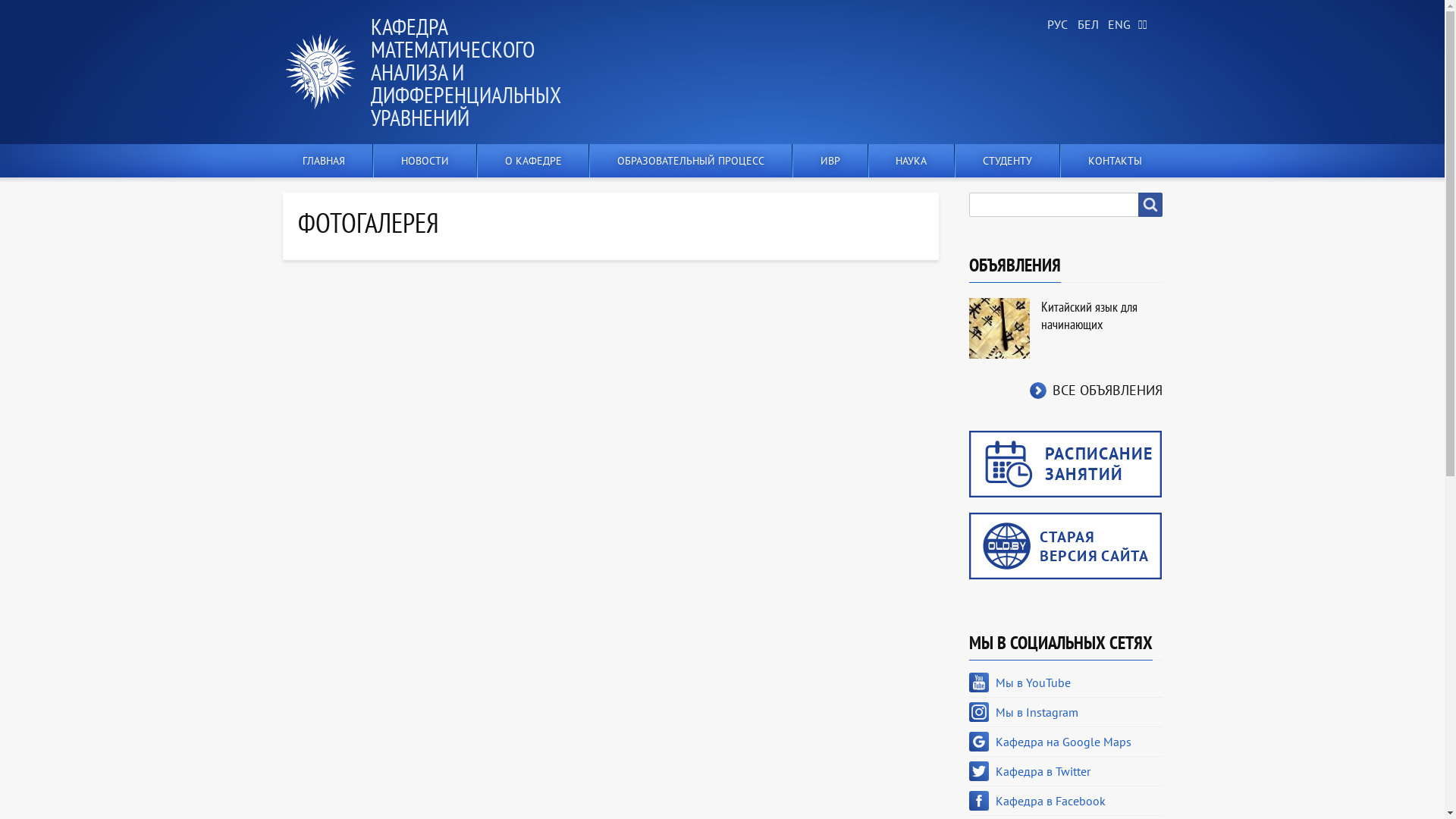 This screenshot has height=819, width=1456. Describe the element at coordinates (1055, 25) in the screenshot. I see `'Russian'` at that location.